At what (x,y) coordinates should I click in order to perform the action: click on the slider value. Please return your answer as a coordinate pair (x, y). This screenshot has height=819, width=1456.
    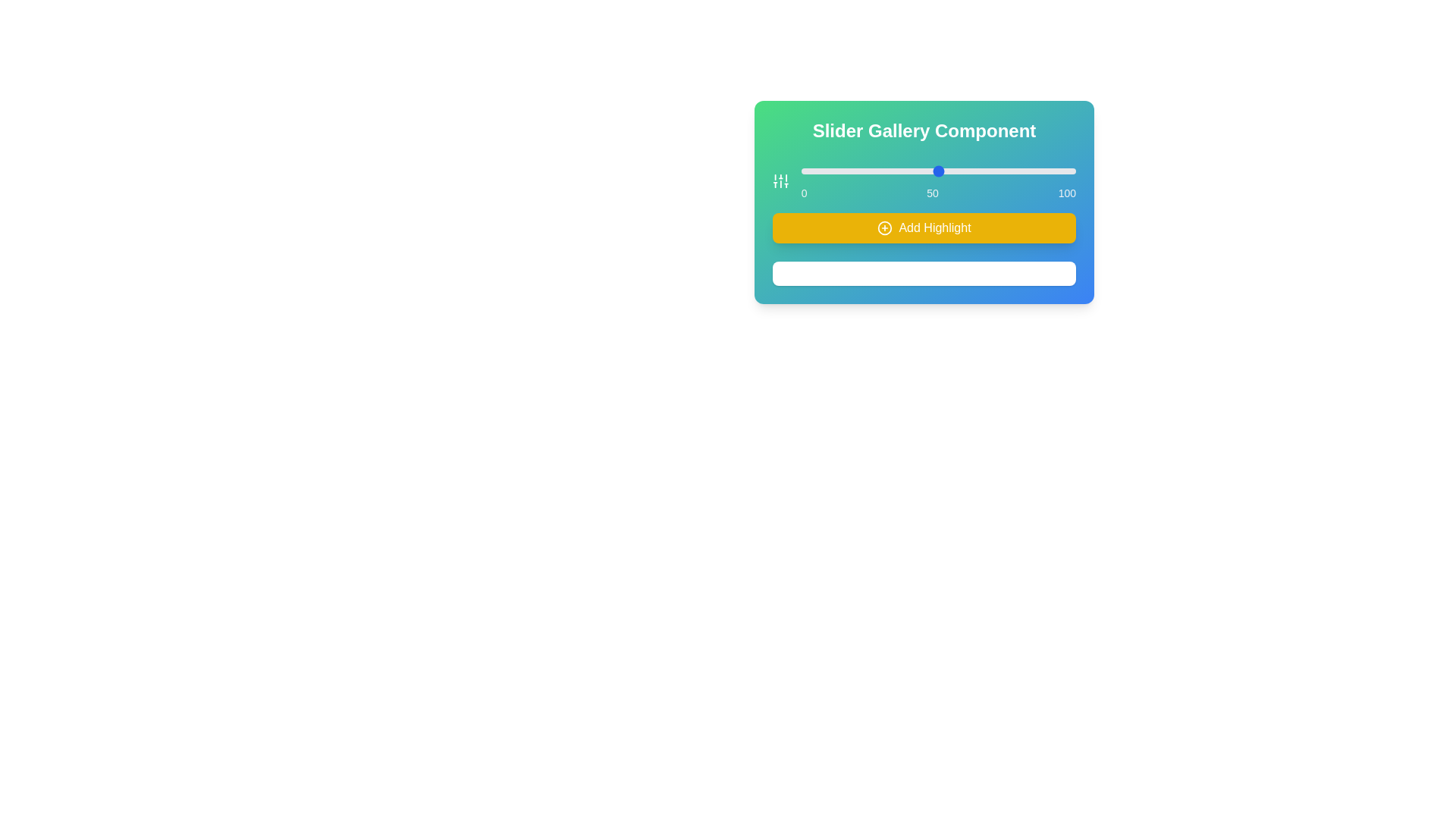
    Looking at the image, I should click on (990, 171).